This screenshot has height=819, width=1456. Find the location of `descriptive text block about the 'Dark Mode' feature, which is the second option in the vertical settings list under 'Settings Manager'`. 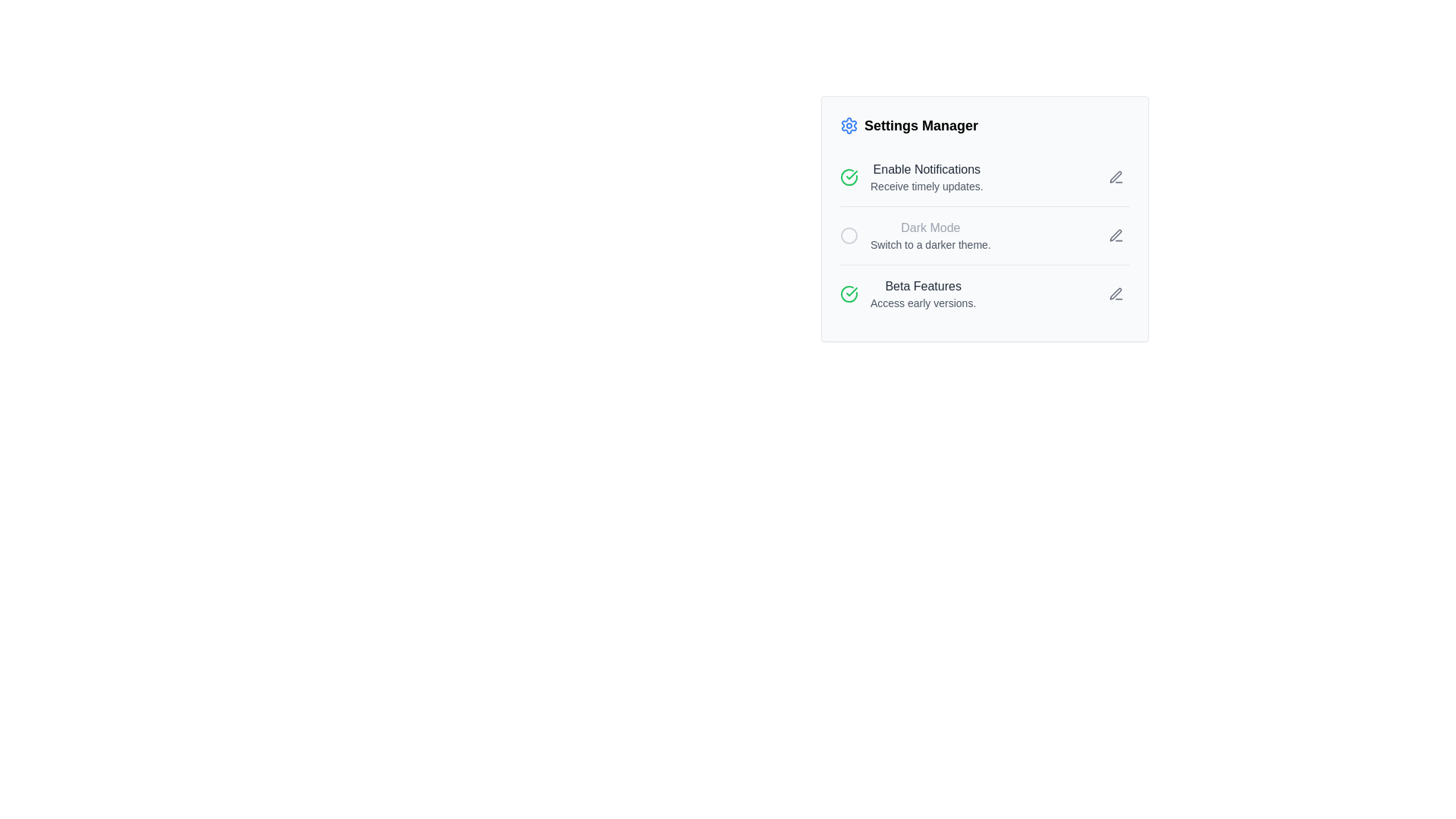

descriptive text block about the 'Dark Mode' feature, which is the second option in the vertical settings list under 'Settings Manager' is located at coordinates (930, 236).